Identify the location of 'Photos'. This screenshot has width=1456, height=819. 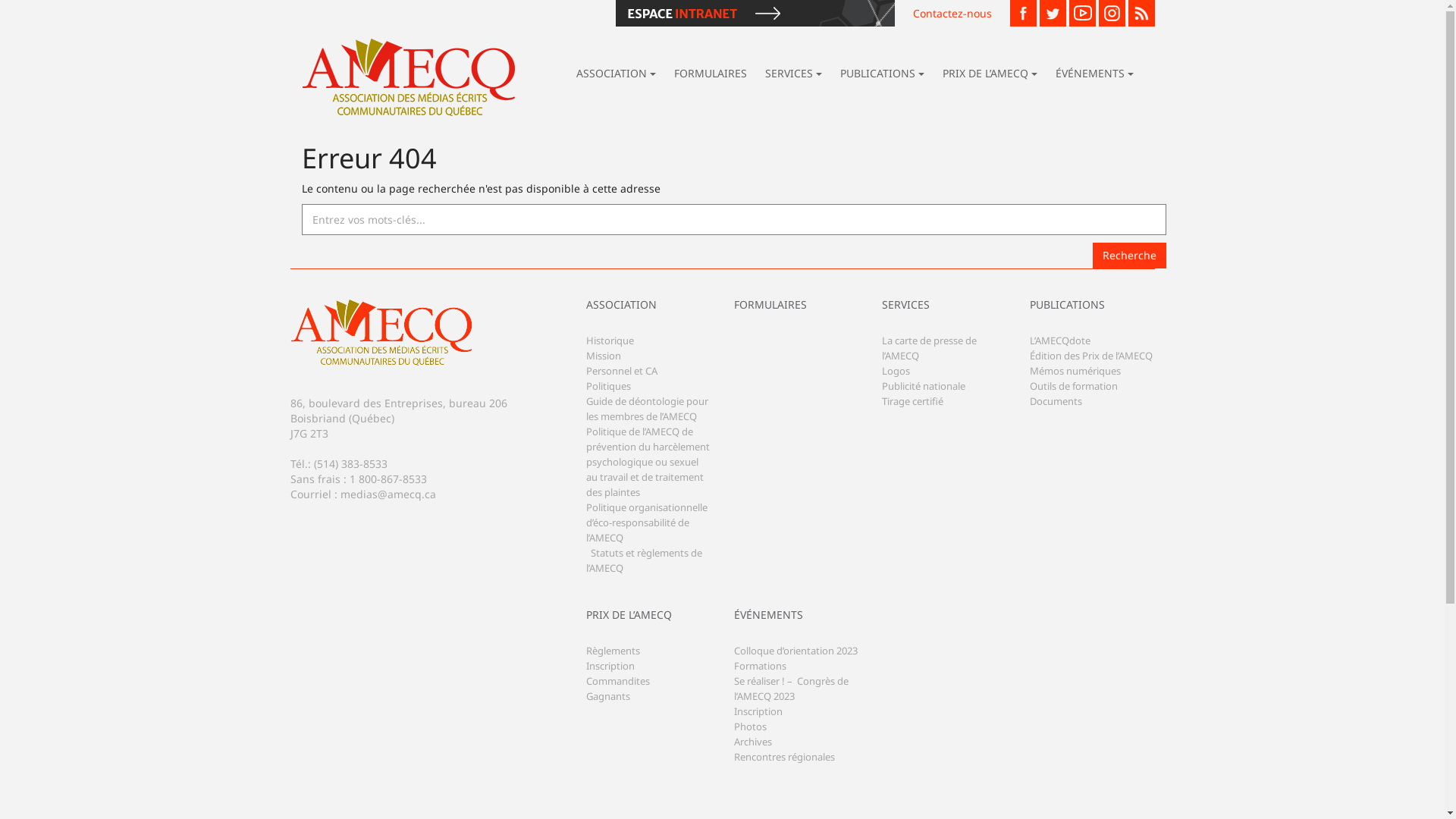
(734, 736).